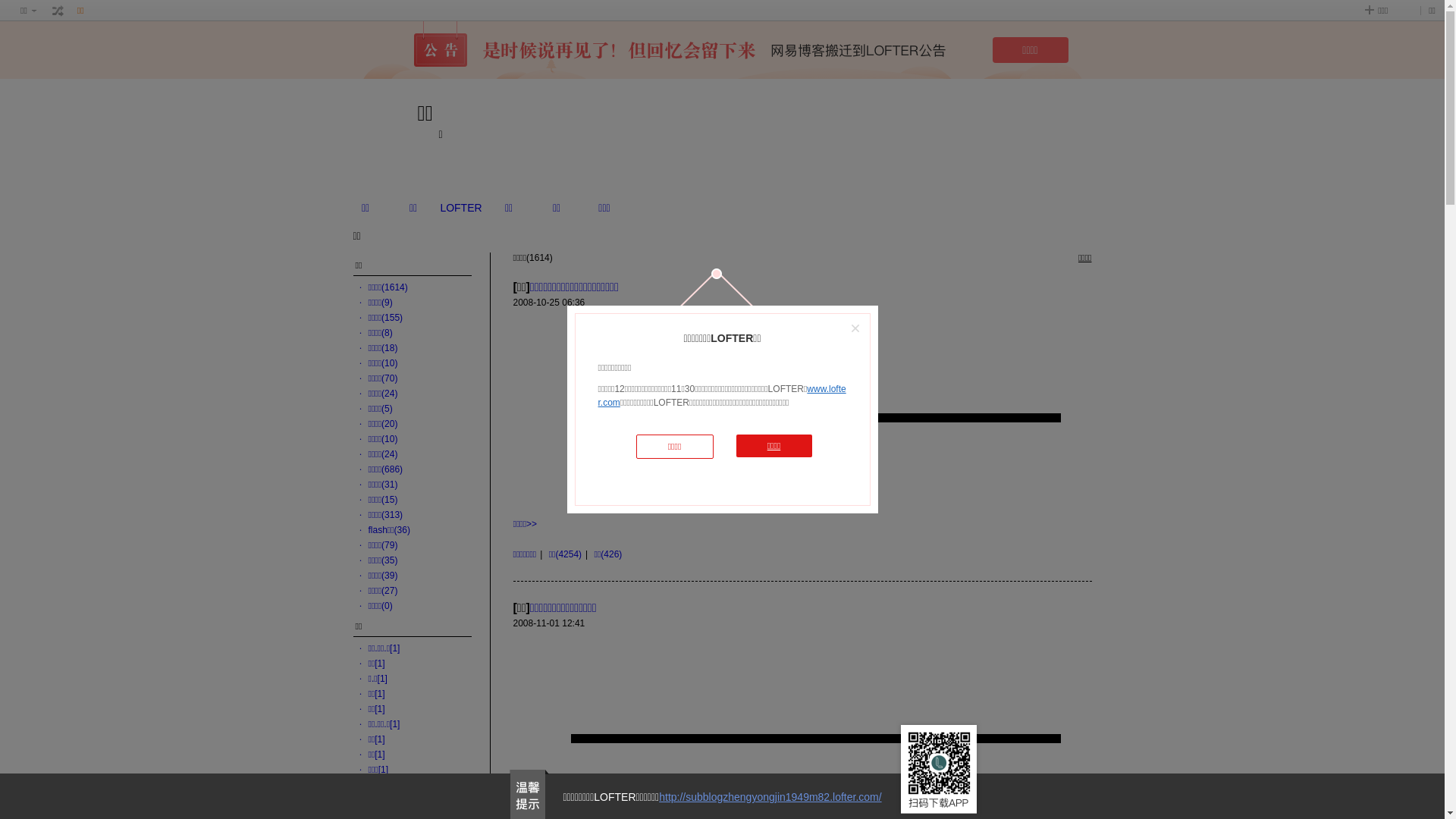 This screenshot has width=1456, height=819. Describe the element at coordinates (58, 11) in the screenshot. I see `' '` at that location.